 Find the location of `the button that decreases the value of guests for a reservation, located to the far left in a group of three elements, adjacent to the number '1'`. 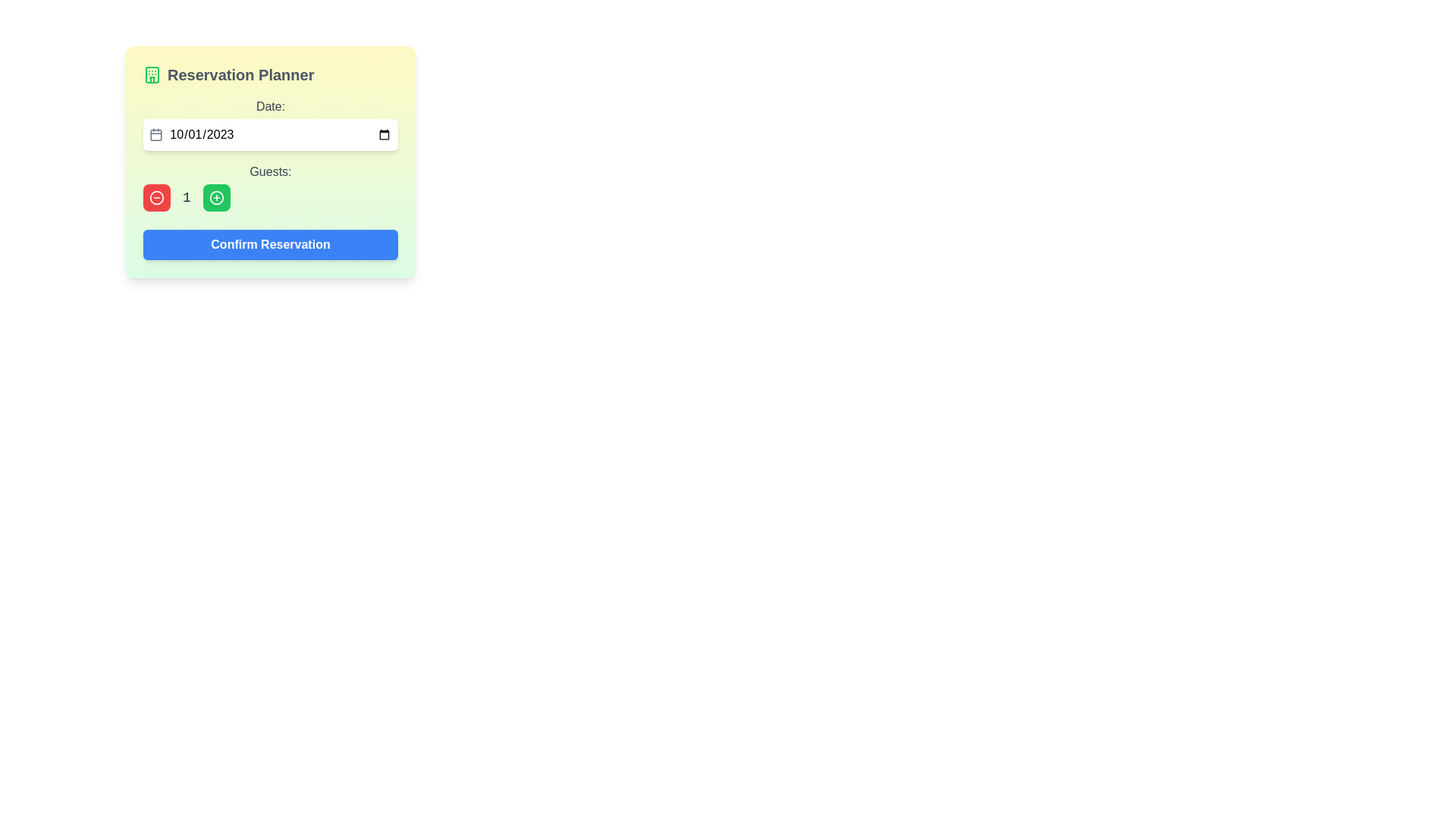

the button that decreases the value of guests for a reservation, located to the far left in a group of three elements, adjacent to the number '1' is located at coordinates (156, 197).